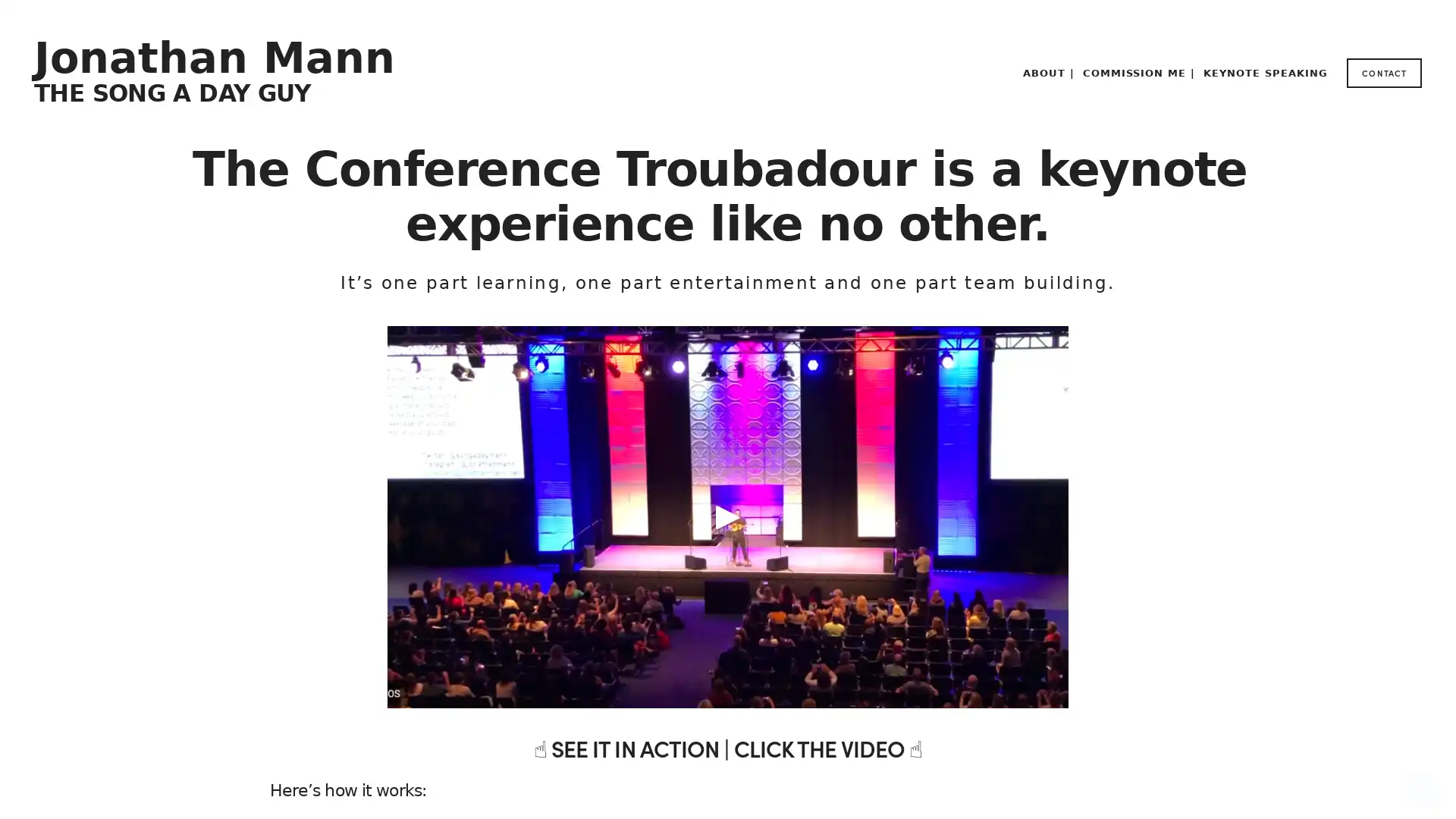 The height and width of the screenshot is (819, 1456). What do you see at coordinates (728, 516) in the screenshot?
I see `Play` at bounding box center [728, 516].